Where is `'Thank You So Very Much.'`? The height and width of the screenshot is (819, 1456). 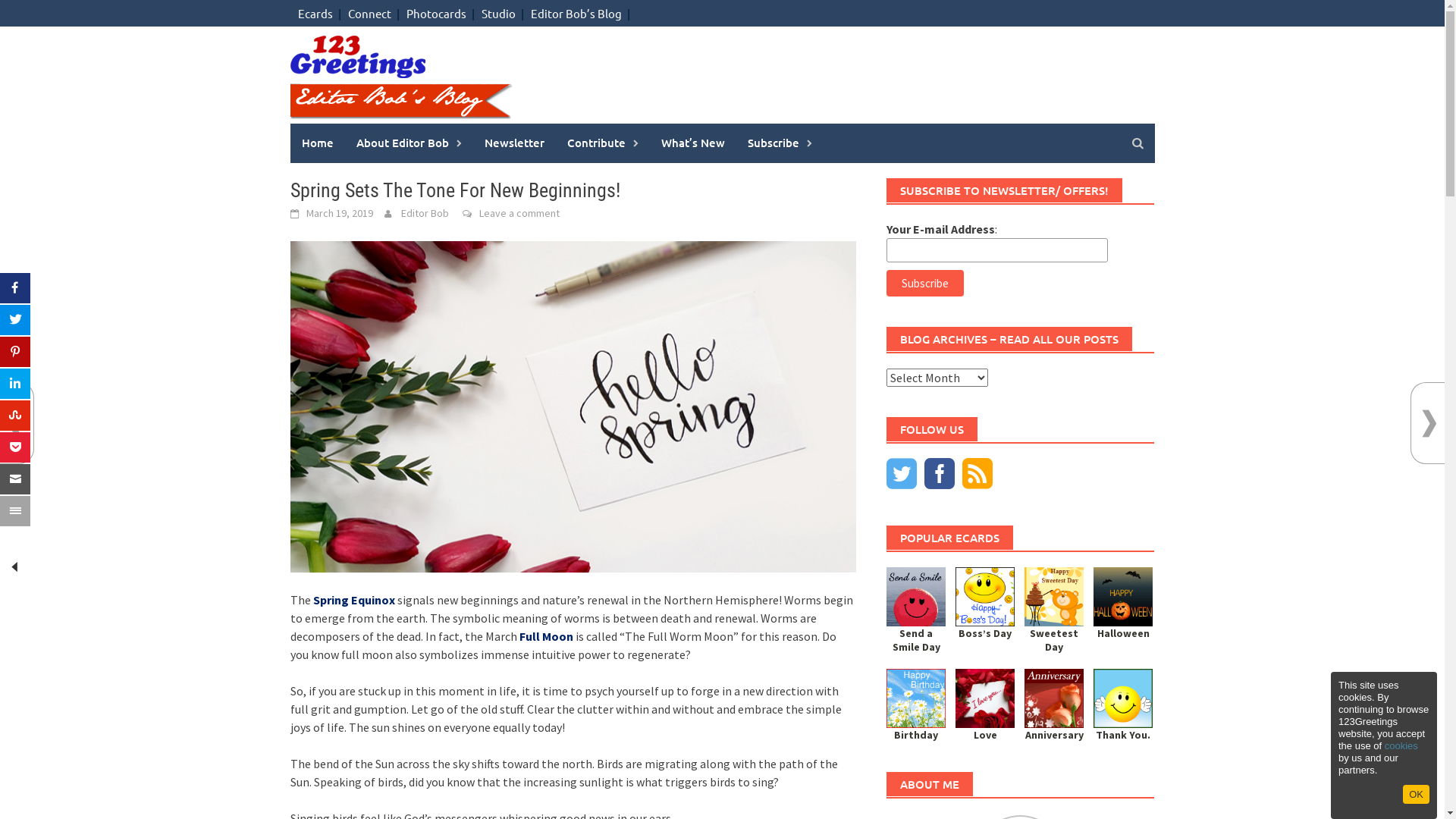 'Thank You So Very Much.' is located at coordinates (1123, 698).